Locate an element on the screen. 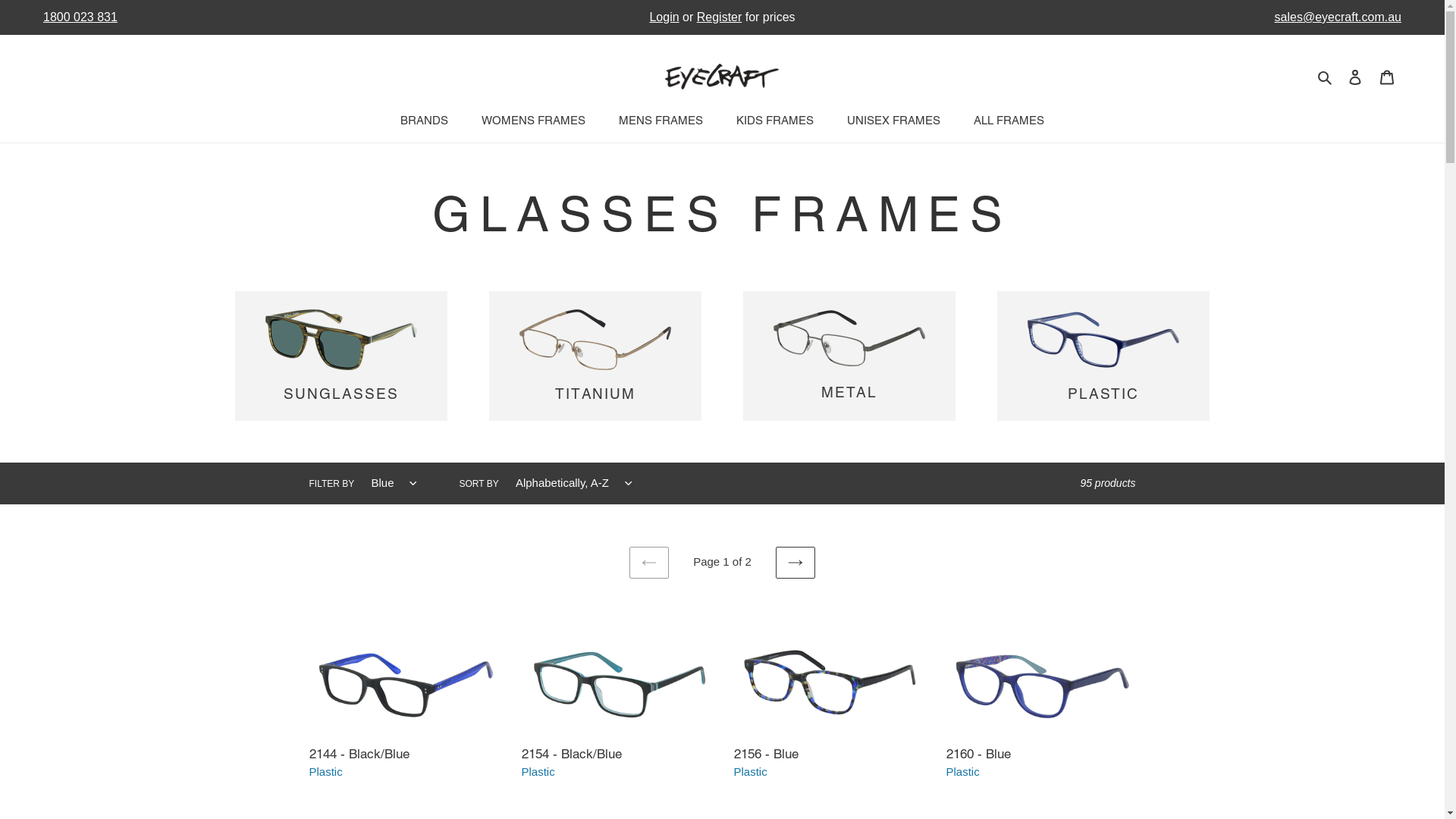  'PREVIOUS PAGE' is located at coordinates (629, 562).